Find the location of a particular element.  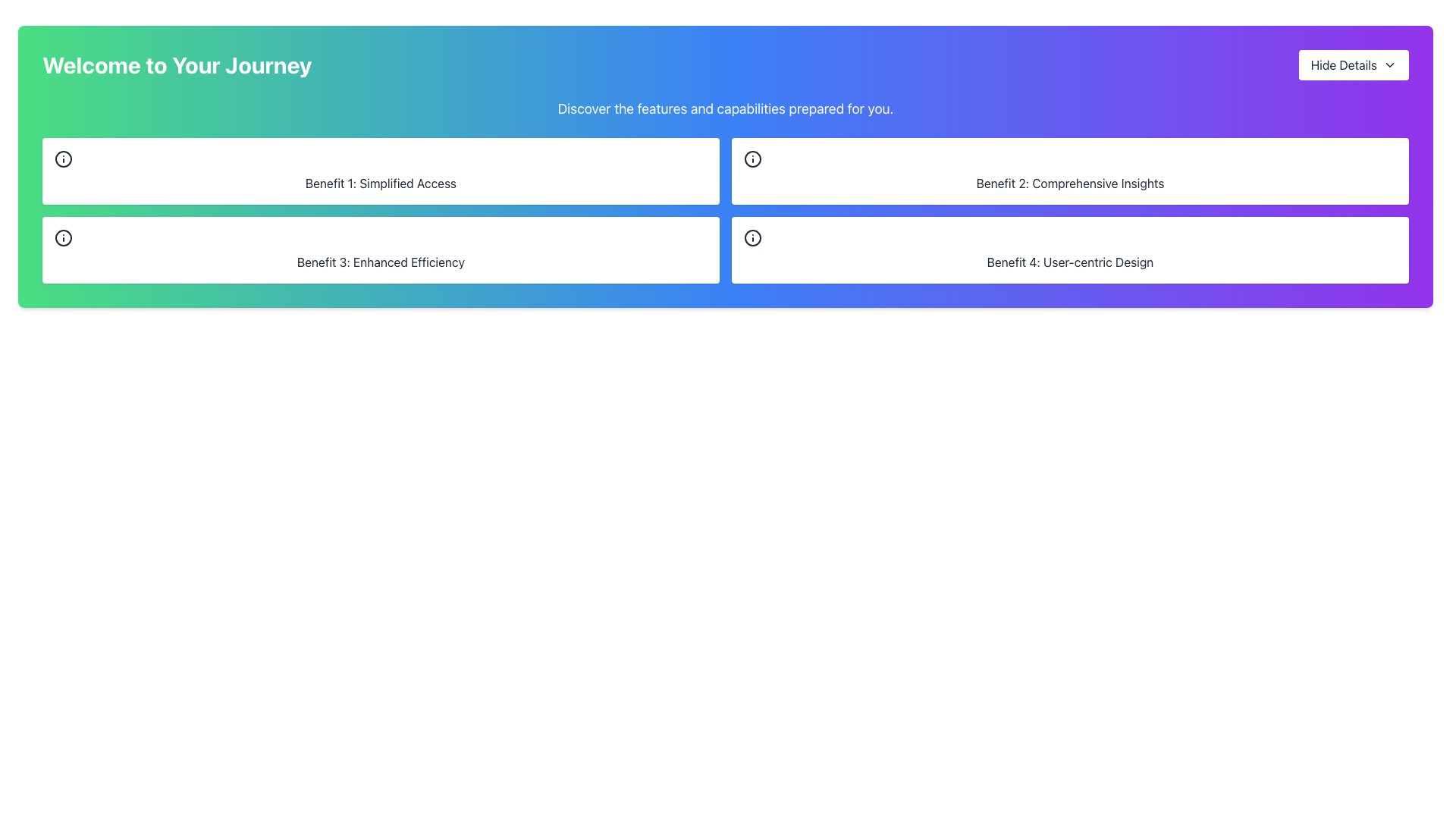

the information icon in the bottom-right quadrant associated with 'Benefit 4: User-centric Design' section of the interface is located at coordinates (753, 237).